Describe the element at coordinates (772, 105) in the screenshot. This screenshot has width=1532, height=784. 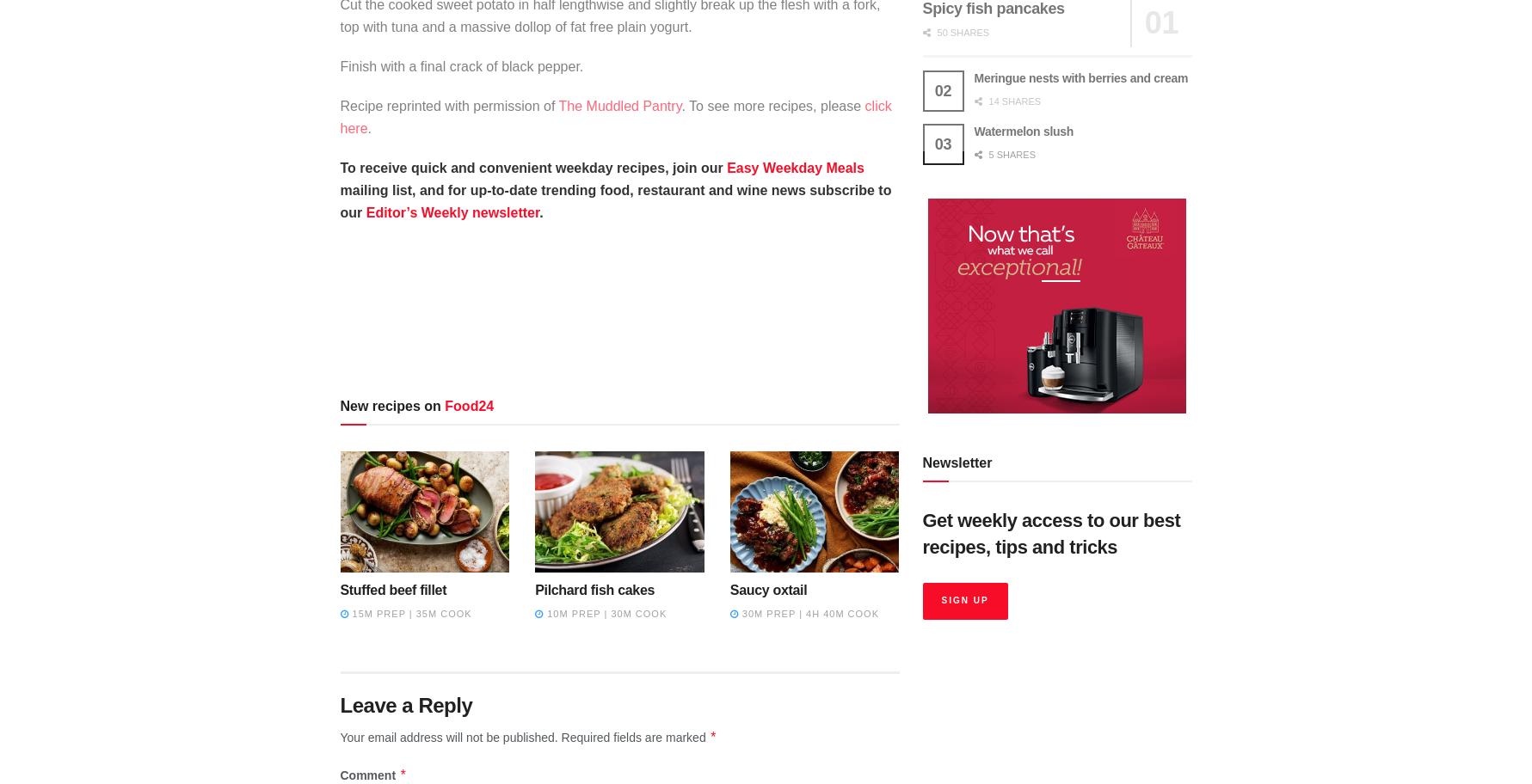
I see `'. To see more recipes, please'` at that location.